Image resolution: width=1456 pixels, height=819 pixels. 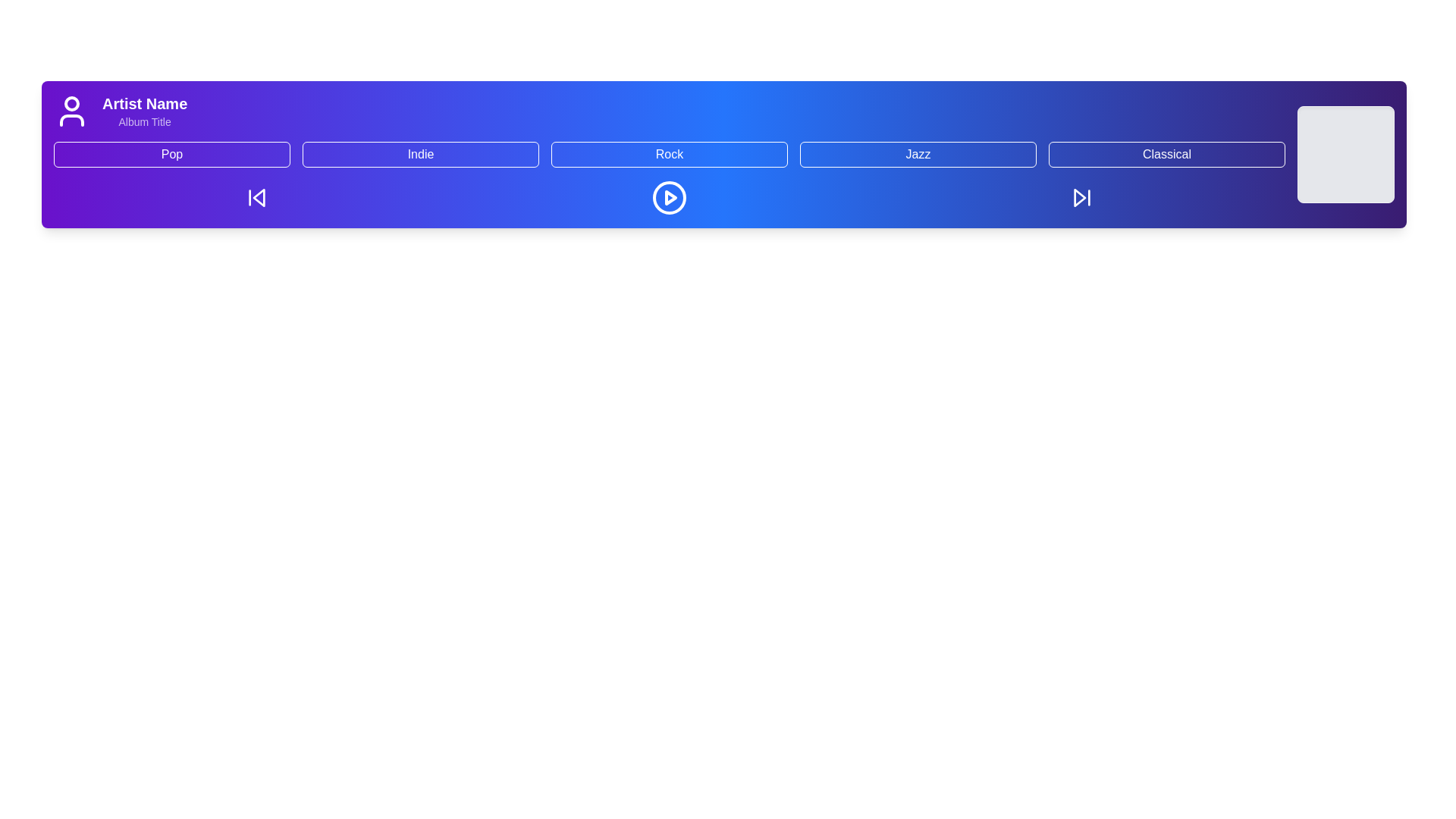 What do you see at coordinates (669, 197) in the screenshot?
I see `the play button, which is centrally located on the gradient blue bar interface` at bounding box center [669, 197].